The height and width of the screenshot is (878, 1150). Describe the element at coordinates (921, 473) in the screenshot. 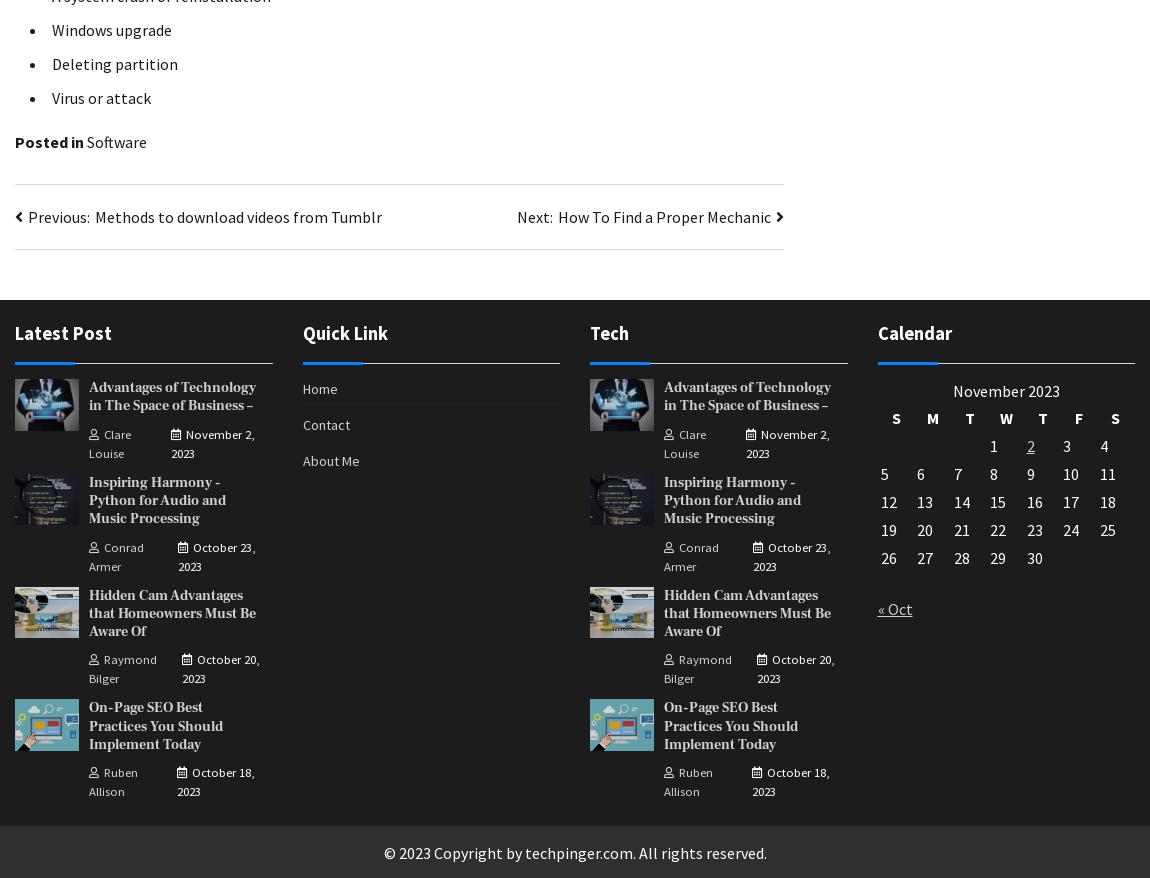

I see `'6'` at that location.